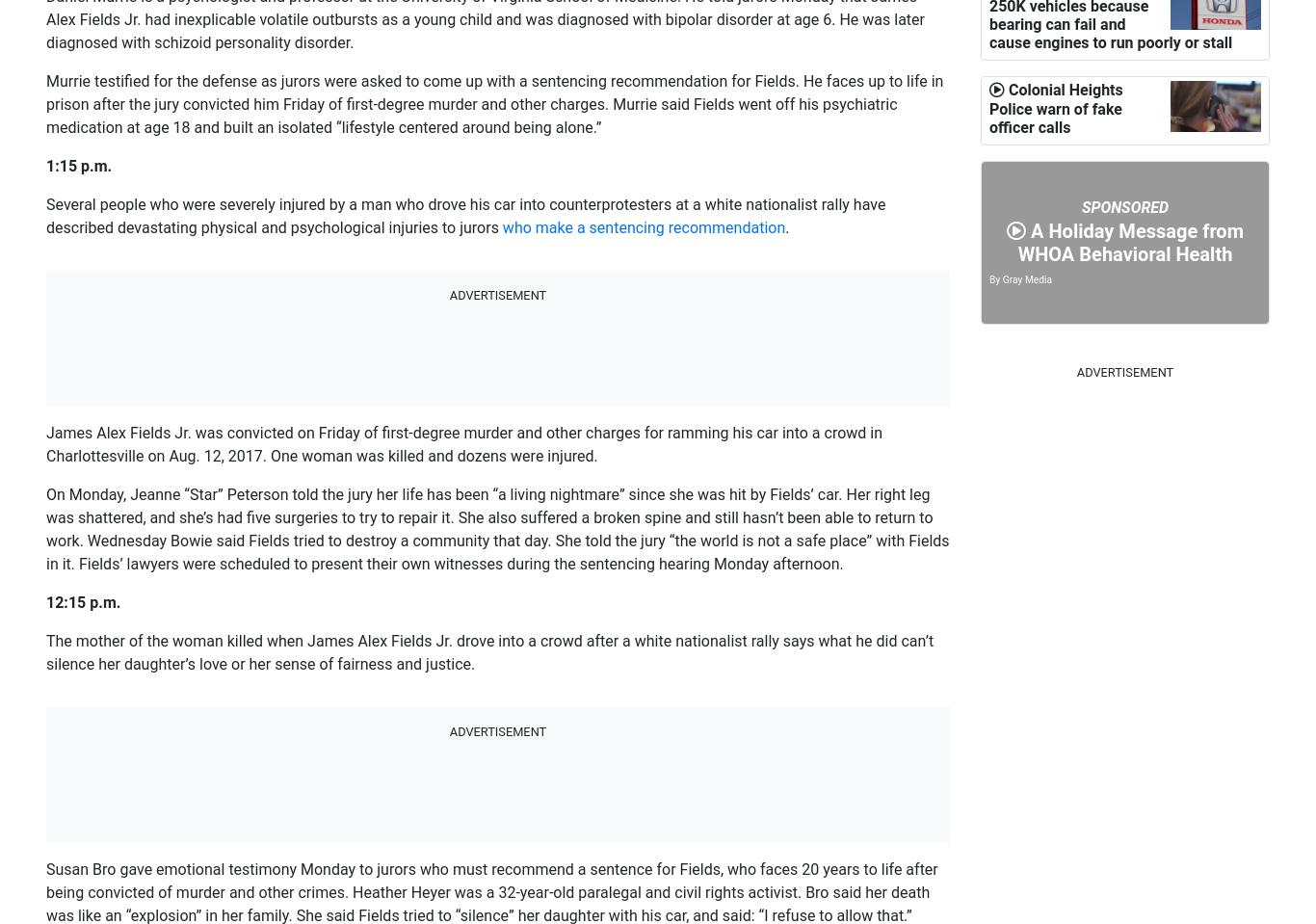  What do you see at coordinates (786, 227) in the screenshot?
I see `'.'` at bounding box center [786, 227].